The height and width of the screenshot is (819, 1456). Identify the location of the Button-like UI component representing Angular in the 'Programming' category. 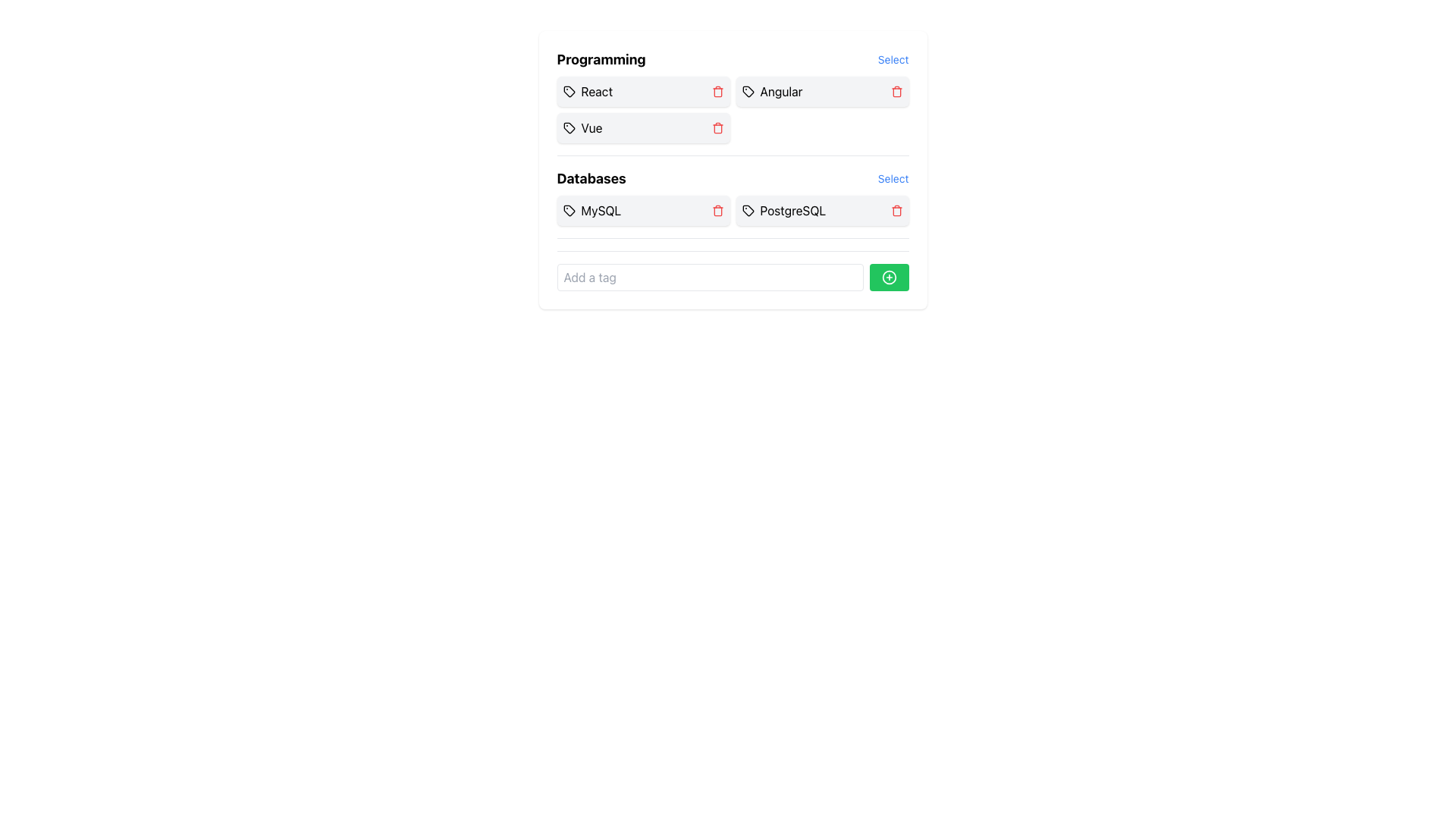
(821, 91).